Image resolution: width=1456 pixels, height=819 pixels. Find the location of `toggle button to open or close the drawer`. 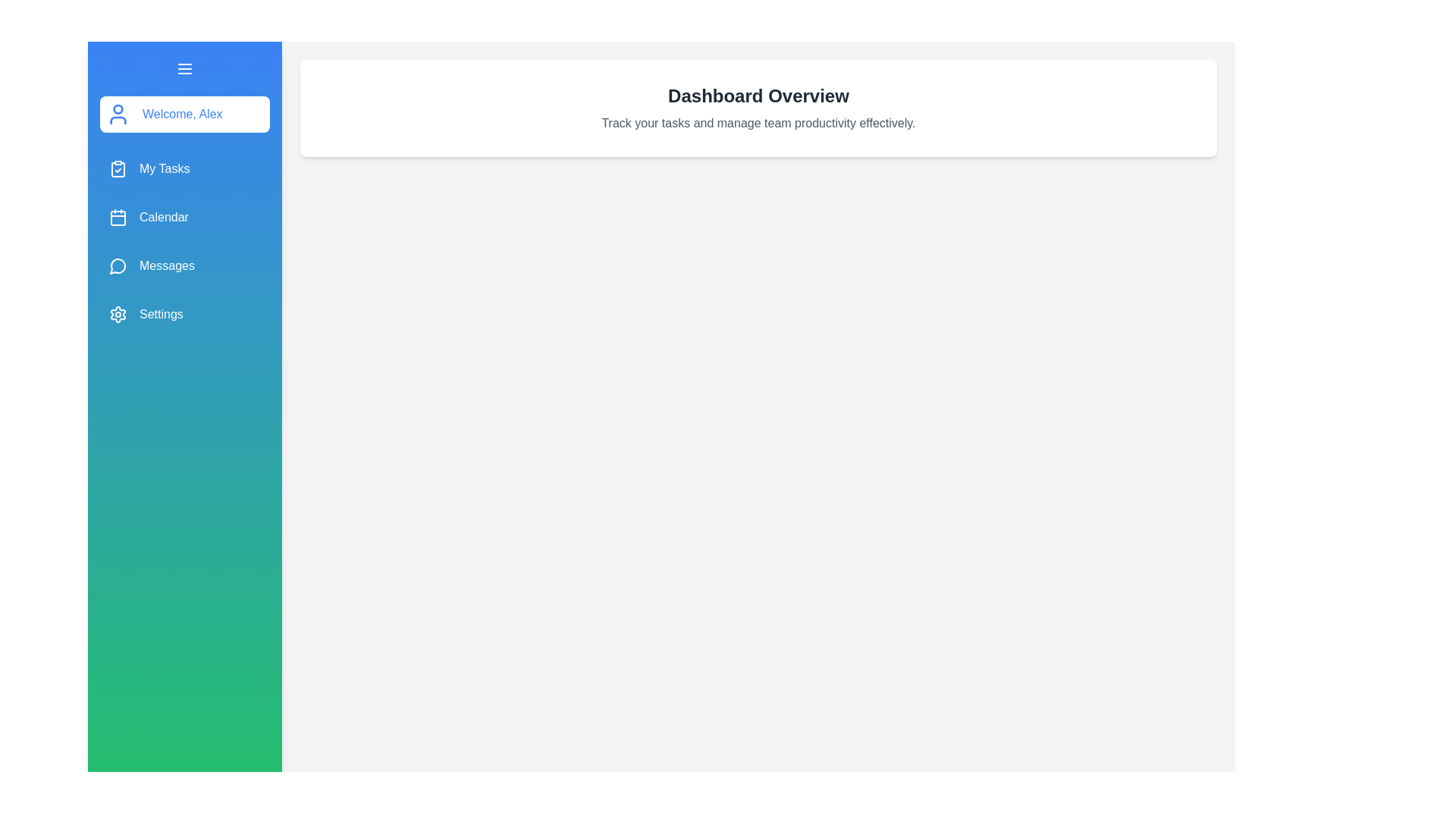

toggle button to open or close the drawer is located at coordinates (184, 69).